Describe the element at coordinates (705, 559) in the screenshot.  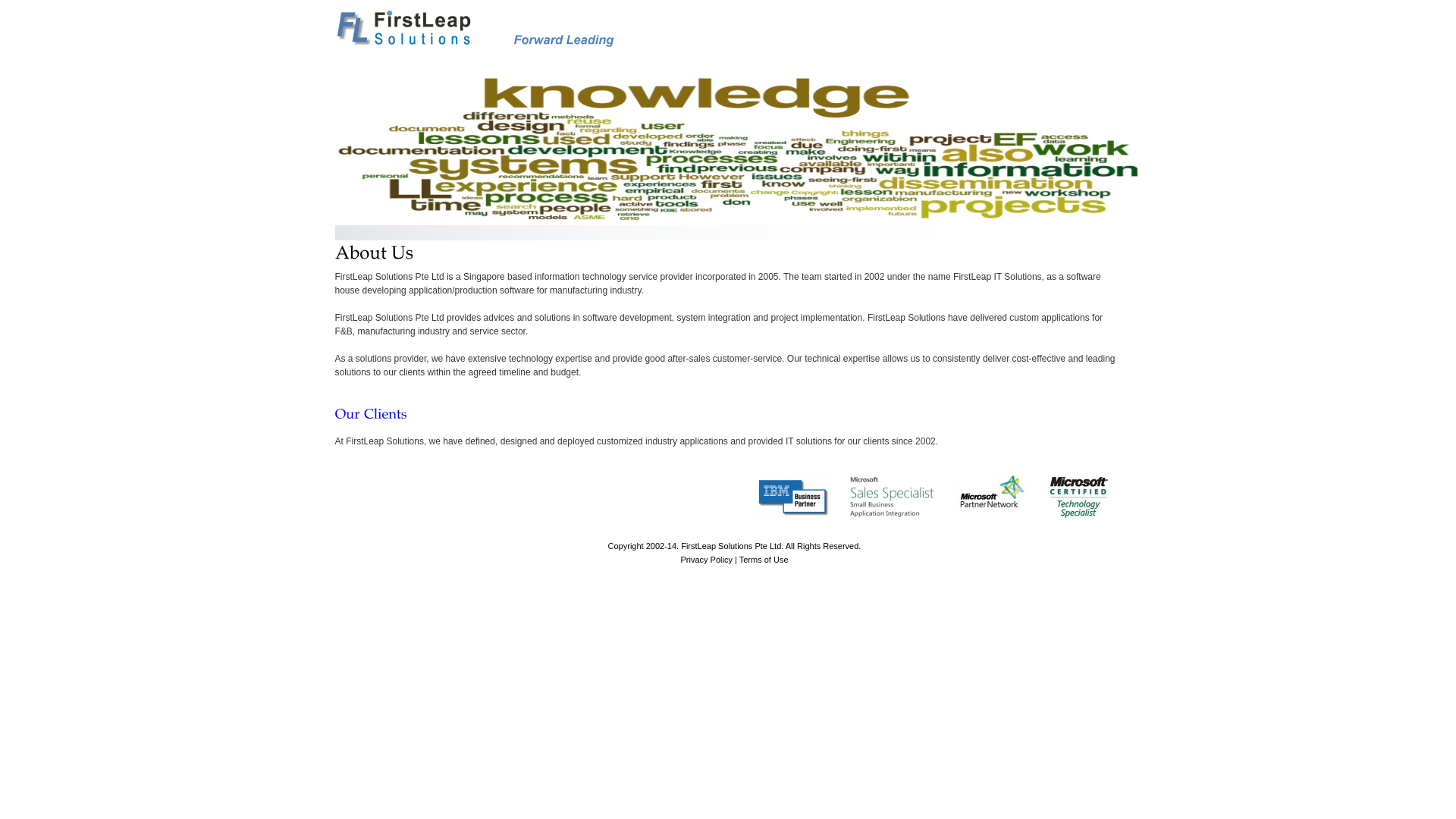
I see `'Privacy Policy'` at that location.